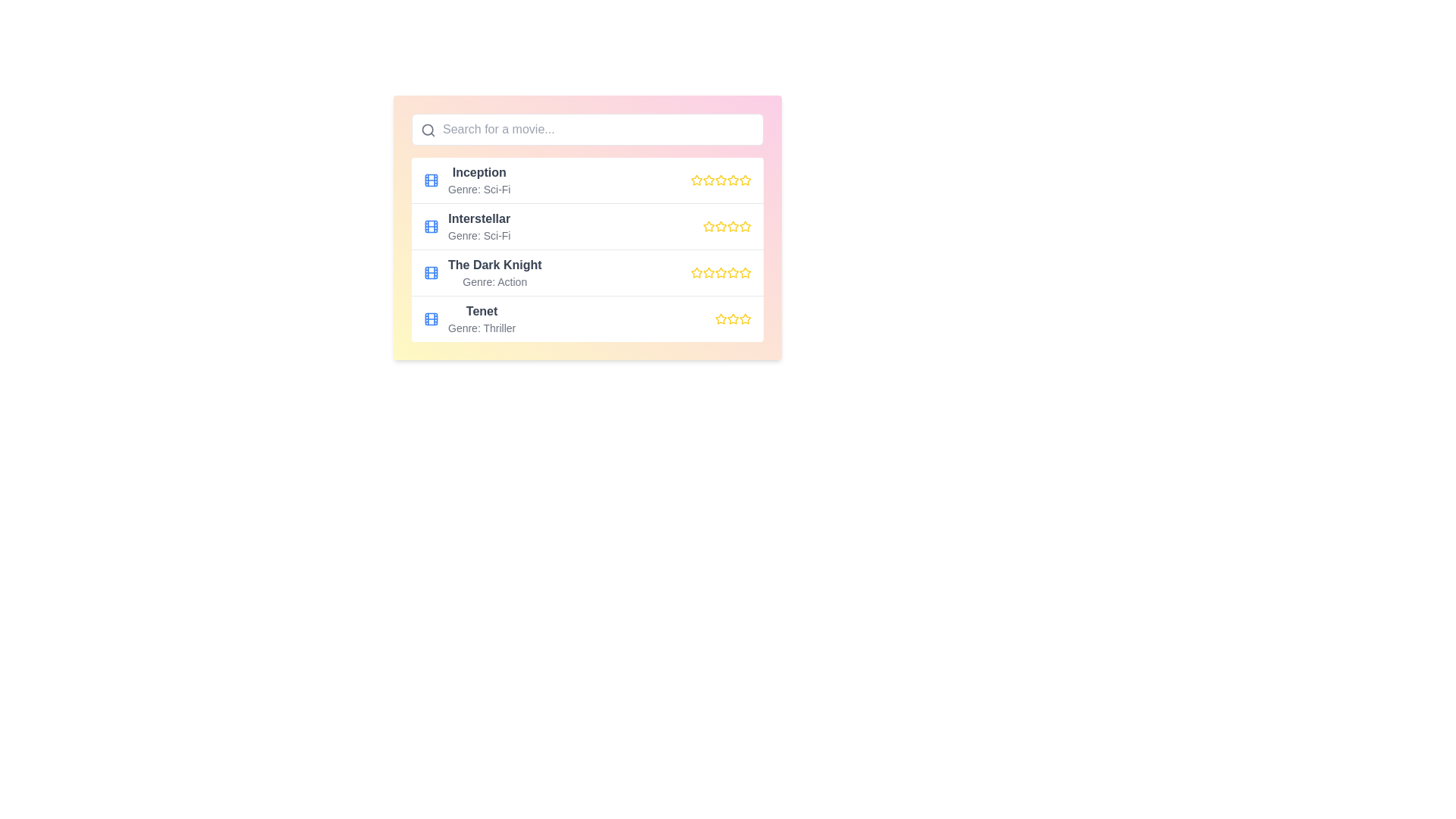 The image size is (1456, 819). What do you see at coordinates (733, 318) in the screenshot?
I see `the third yellow star rating icon in the sequence of five stars` at bounding box center [733, 318].